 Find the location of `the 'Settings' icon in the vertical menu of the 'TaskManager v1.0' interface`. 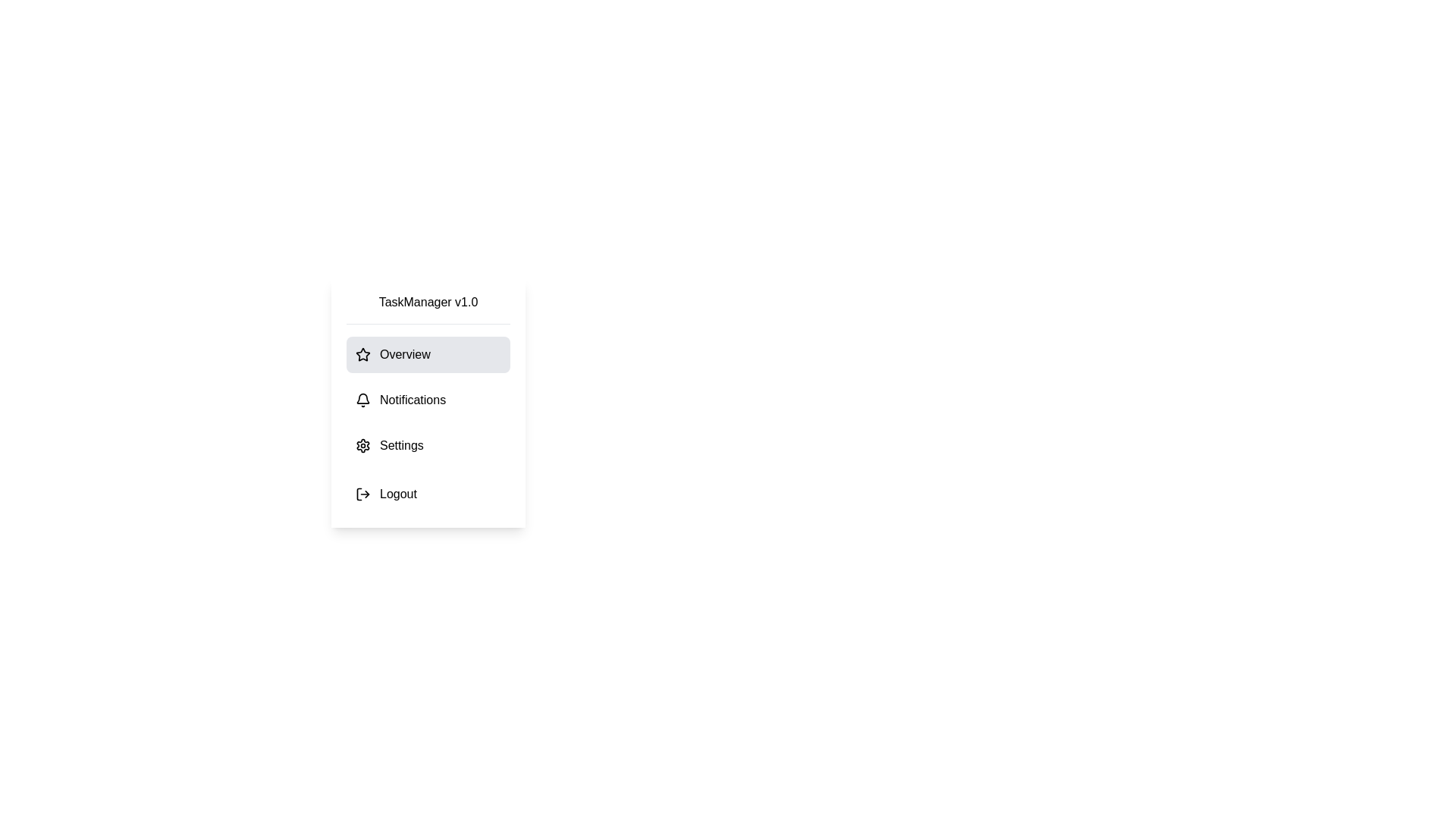

the 'Settings' icon in the vertical menu of the 'TaskManager v1.0' interface is located at coordinates (362, 444).